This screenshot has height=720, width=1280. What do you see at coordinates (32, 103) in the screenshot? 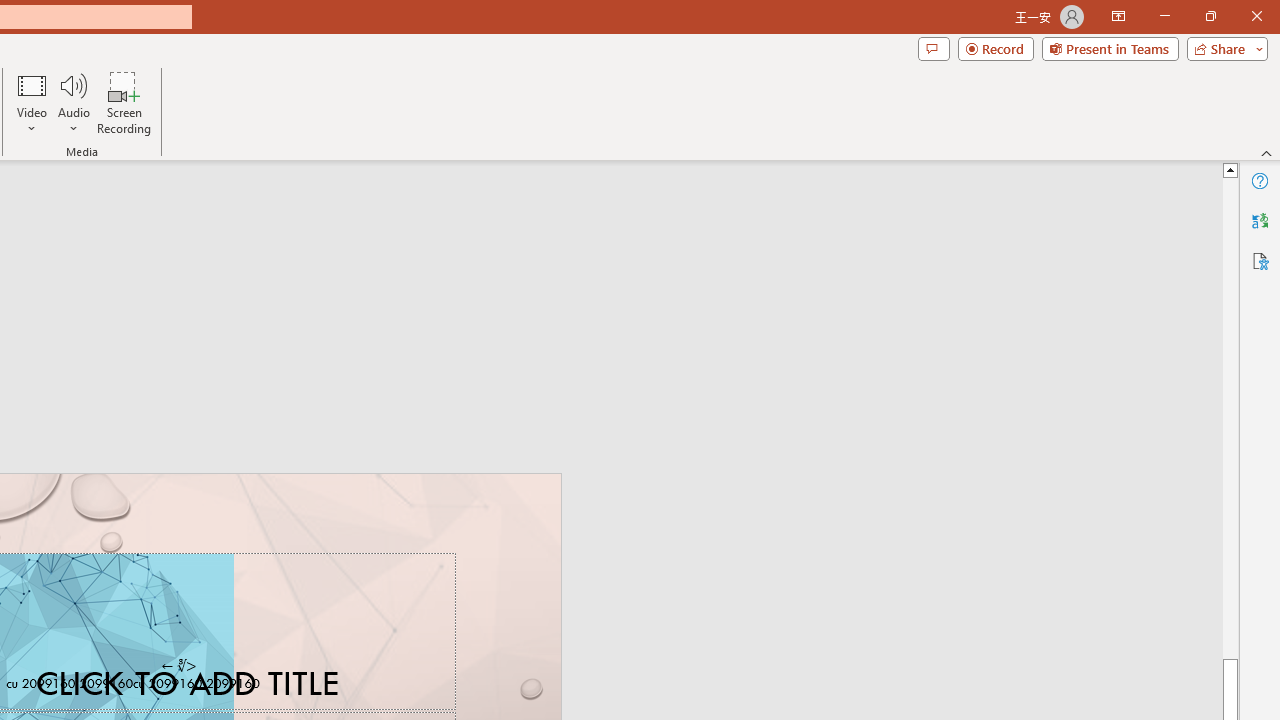
I see `'Video'` at bounding box center [32, 103].